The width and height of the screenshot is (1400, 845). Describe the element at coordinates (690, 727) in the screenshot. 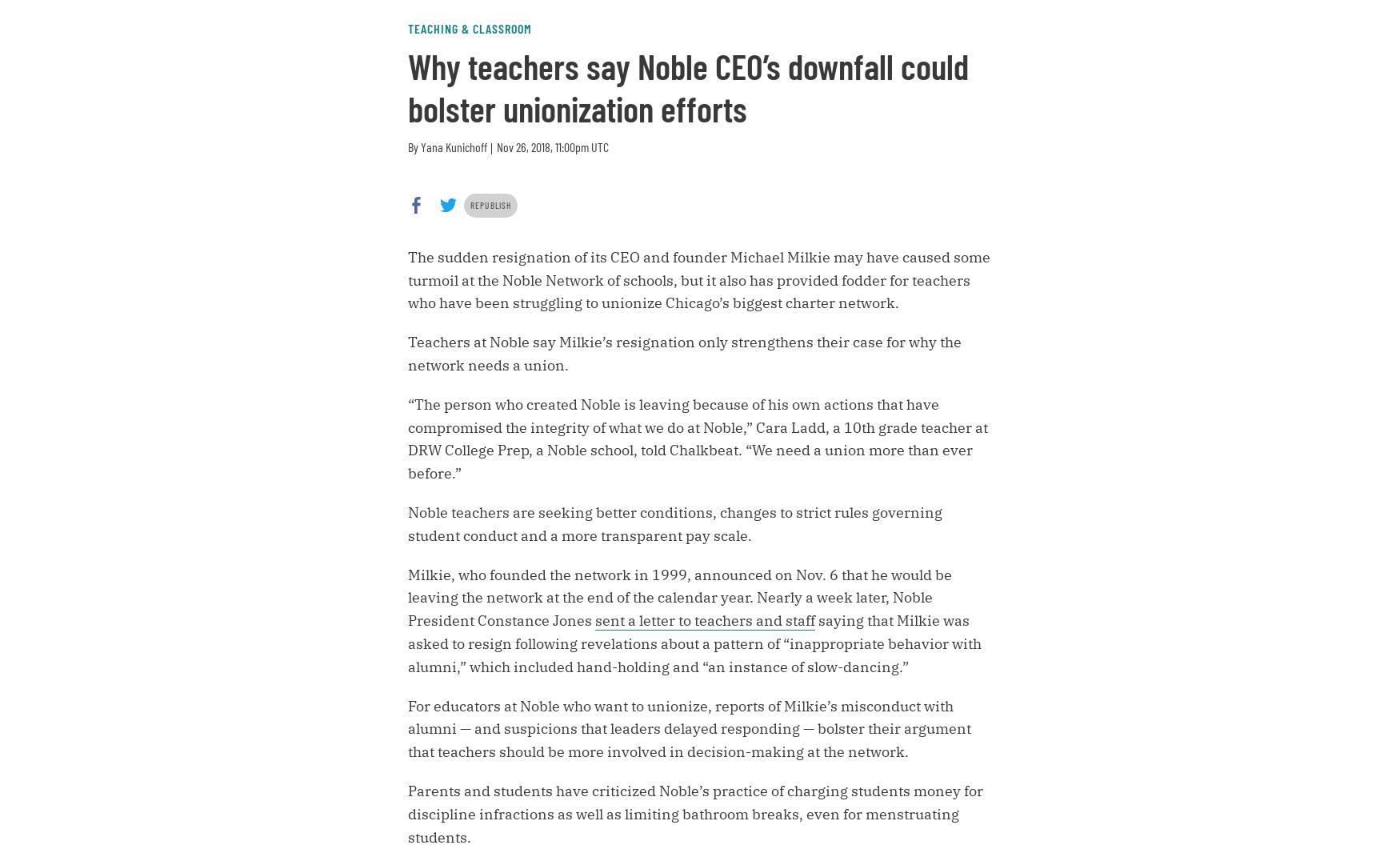

I see `'For educators at Noble who want to unionize, reports of Milkie’s misconduct with alumni — and suspicions that leaders delayed responding — bolster their argument that teachers should be more involved in decision-making at the network.'` at that location.